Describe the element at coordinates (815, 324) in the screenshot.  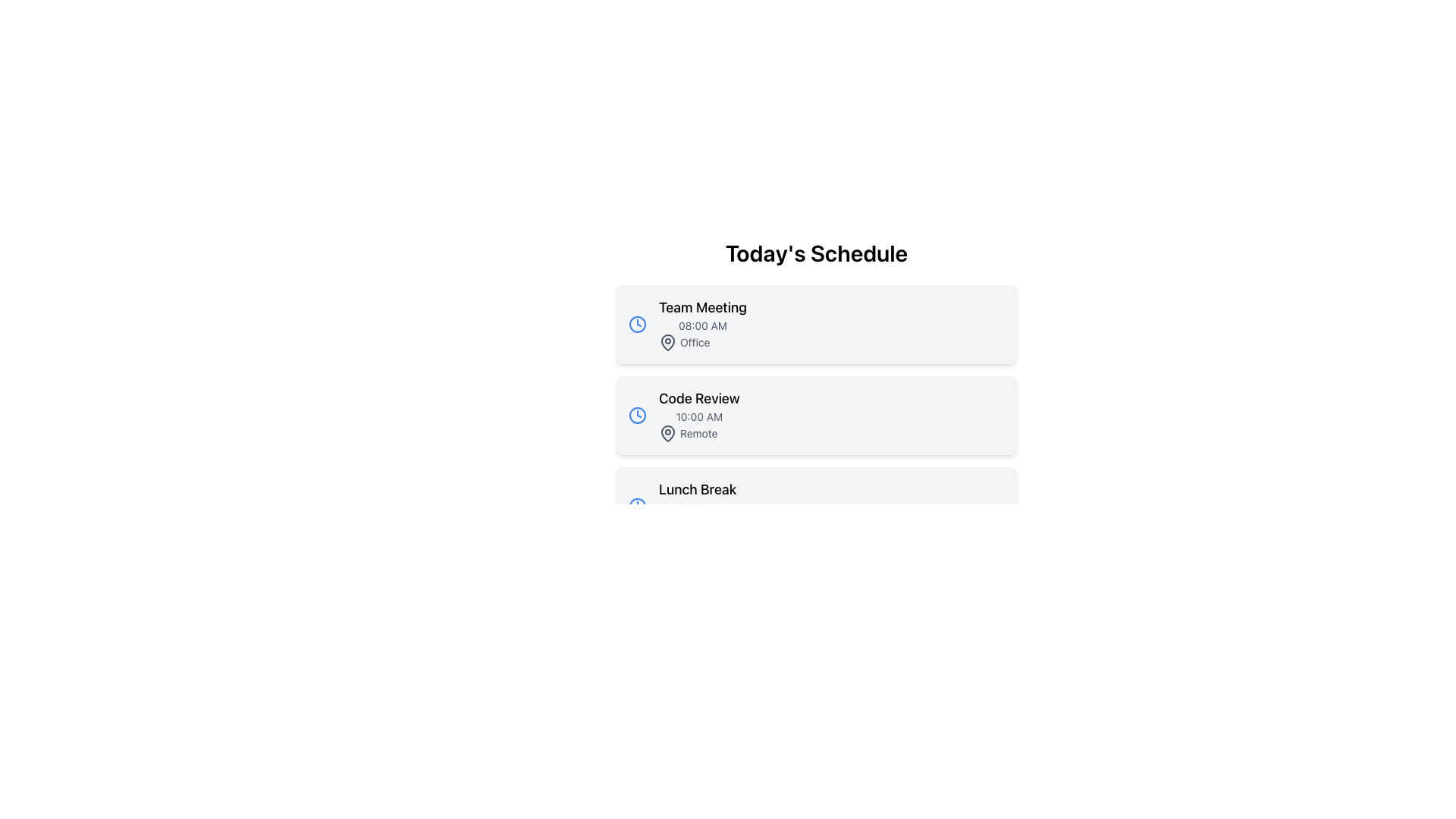
I see `the first schedule event item under 'Today's Schedule' that displays meeting details` at that location.